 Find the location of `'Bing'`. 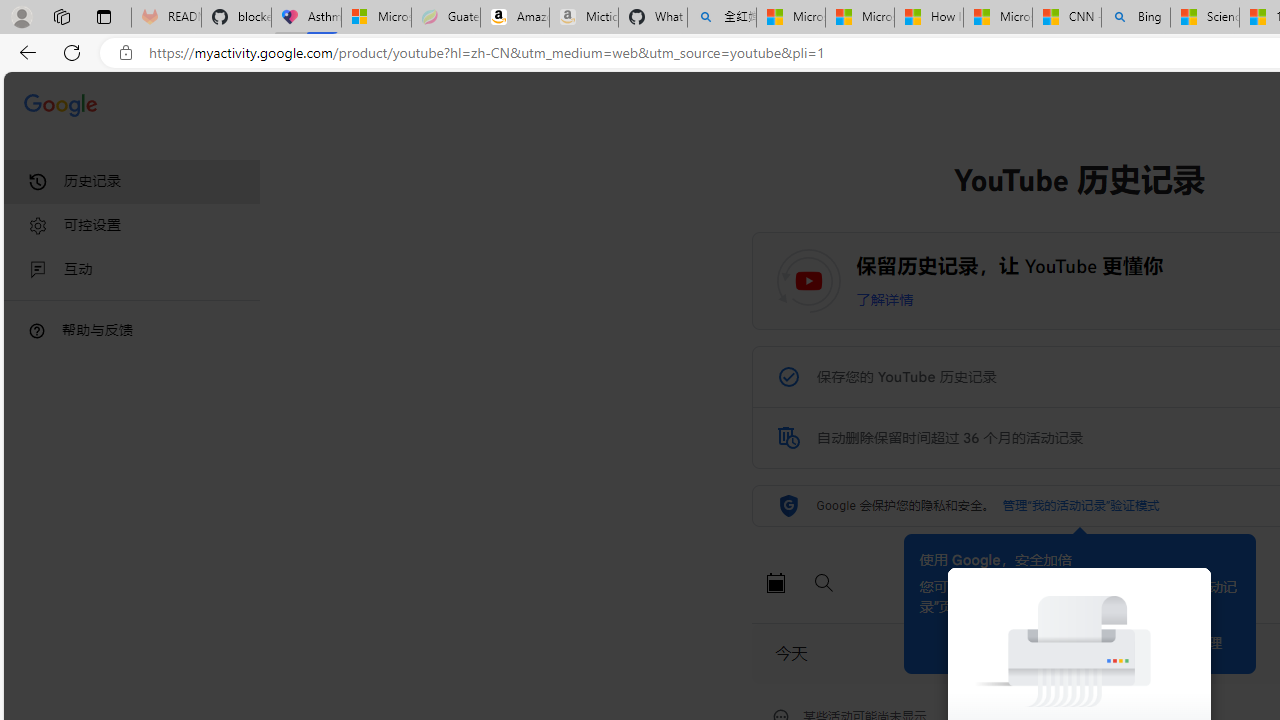

'Bing' is located at coordinates (1136, 17).